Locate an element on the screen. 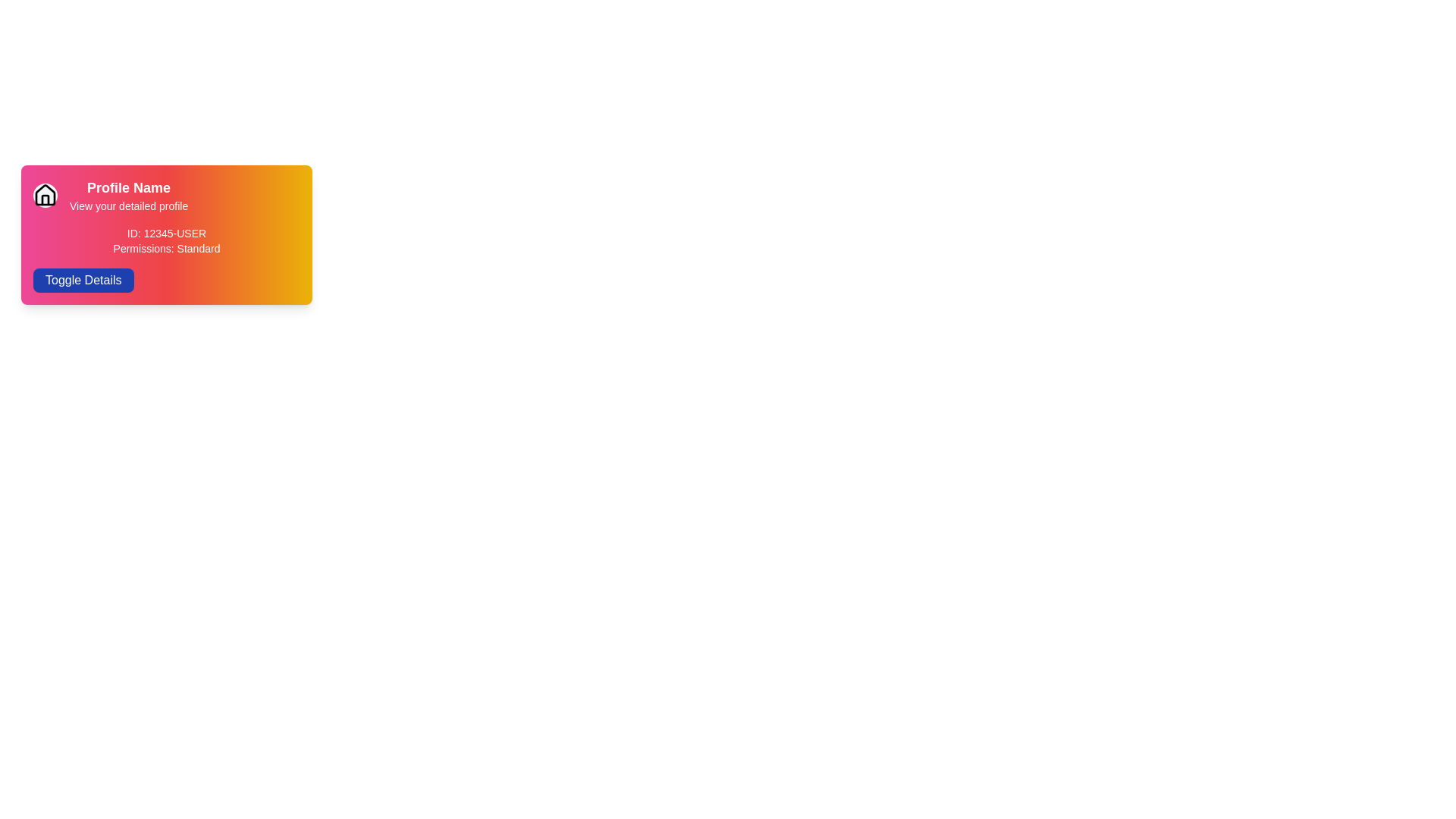 This screenshot has width=1456, height=819. the 'Toggle Details' button is located at coordinates (83, 281).